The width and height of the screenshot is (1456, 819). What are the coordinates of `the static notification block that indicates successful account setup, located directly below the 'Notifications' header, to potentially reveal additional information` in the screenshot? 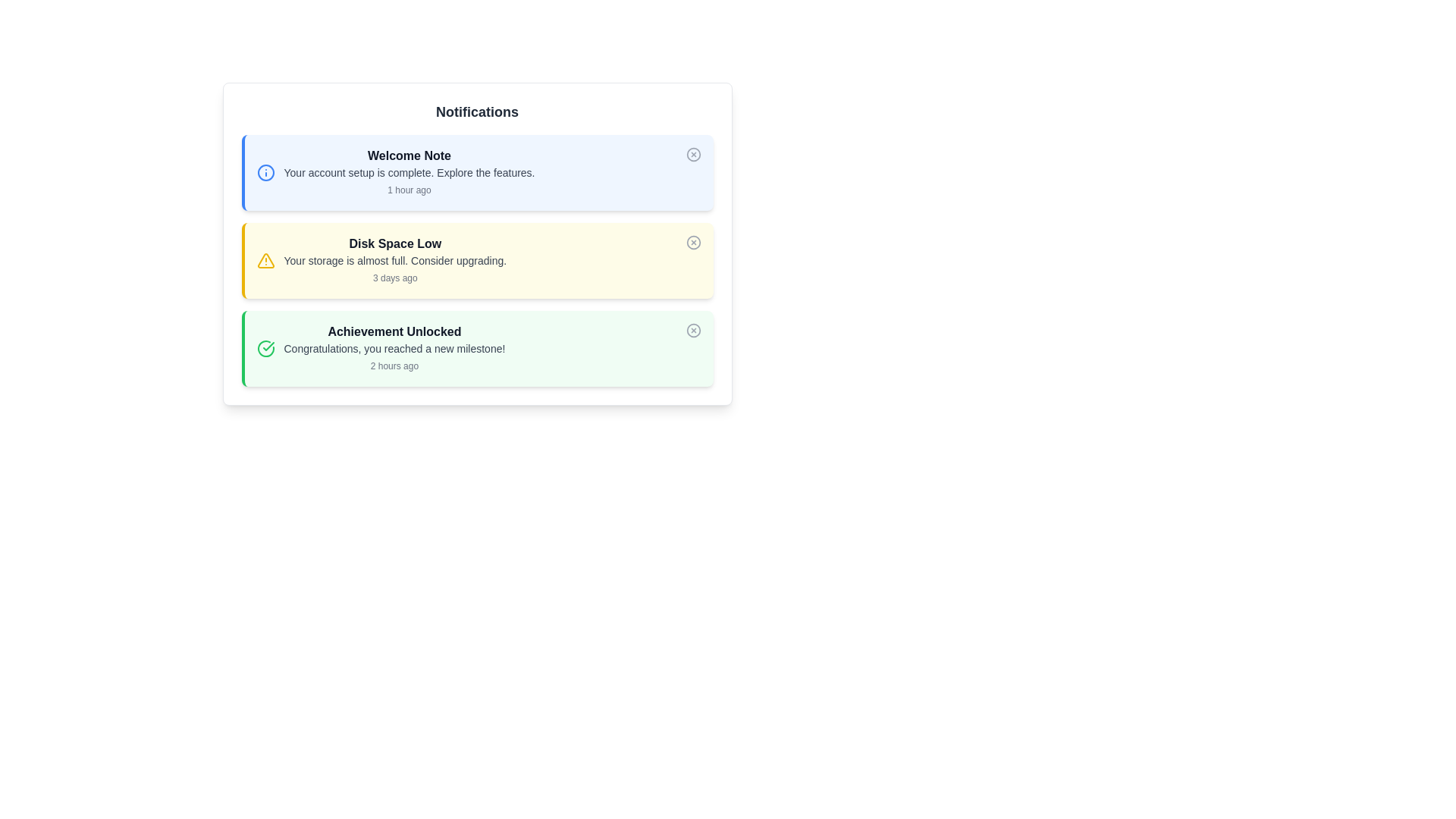 It's located at (409, 171).